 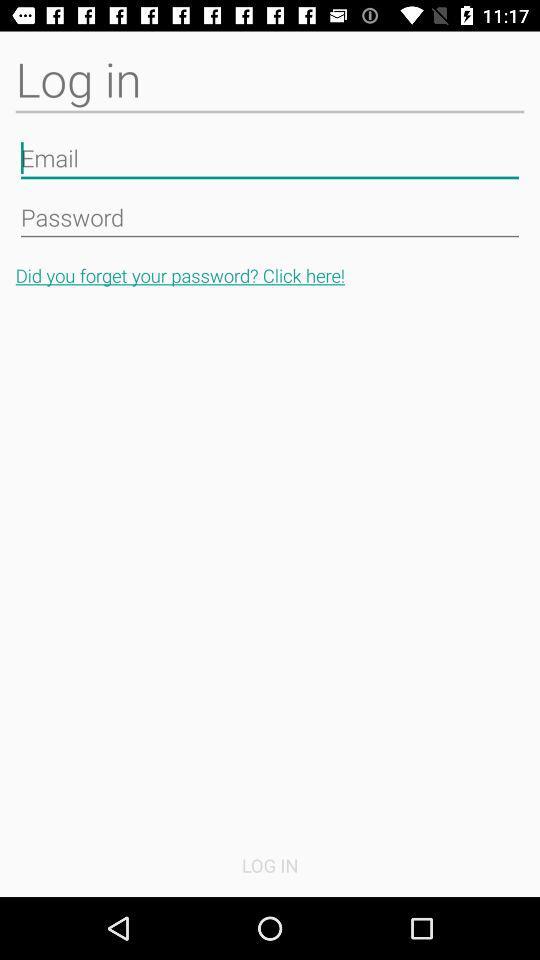 I want to click on the did you forget, so click(x=270, y=274).